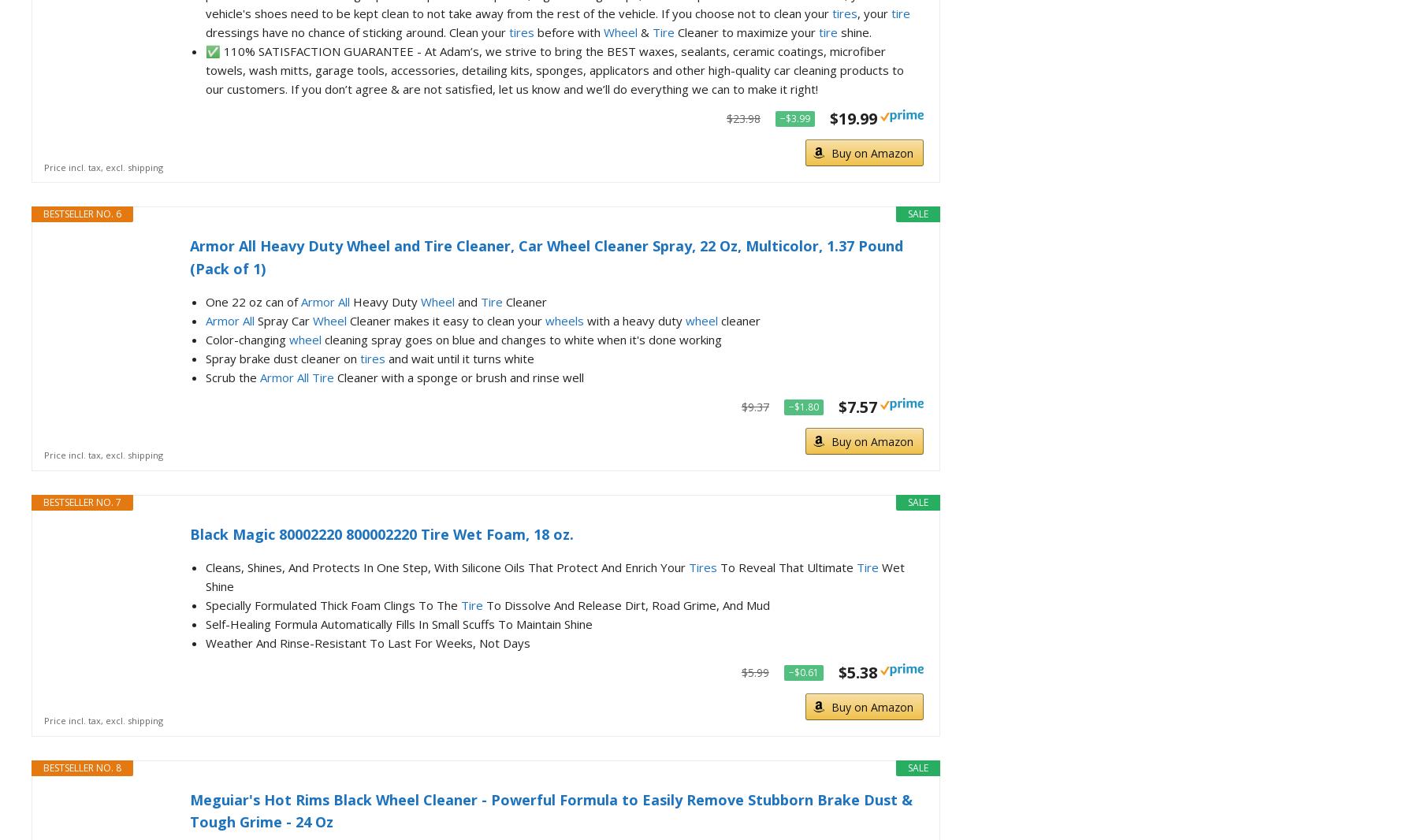 This screenshot has height=840, width=1406. I want to click on '−$3.99', so click(793, 117).